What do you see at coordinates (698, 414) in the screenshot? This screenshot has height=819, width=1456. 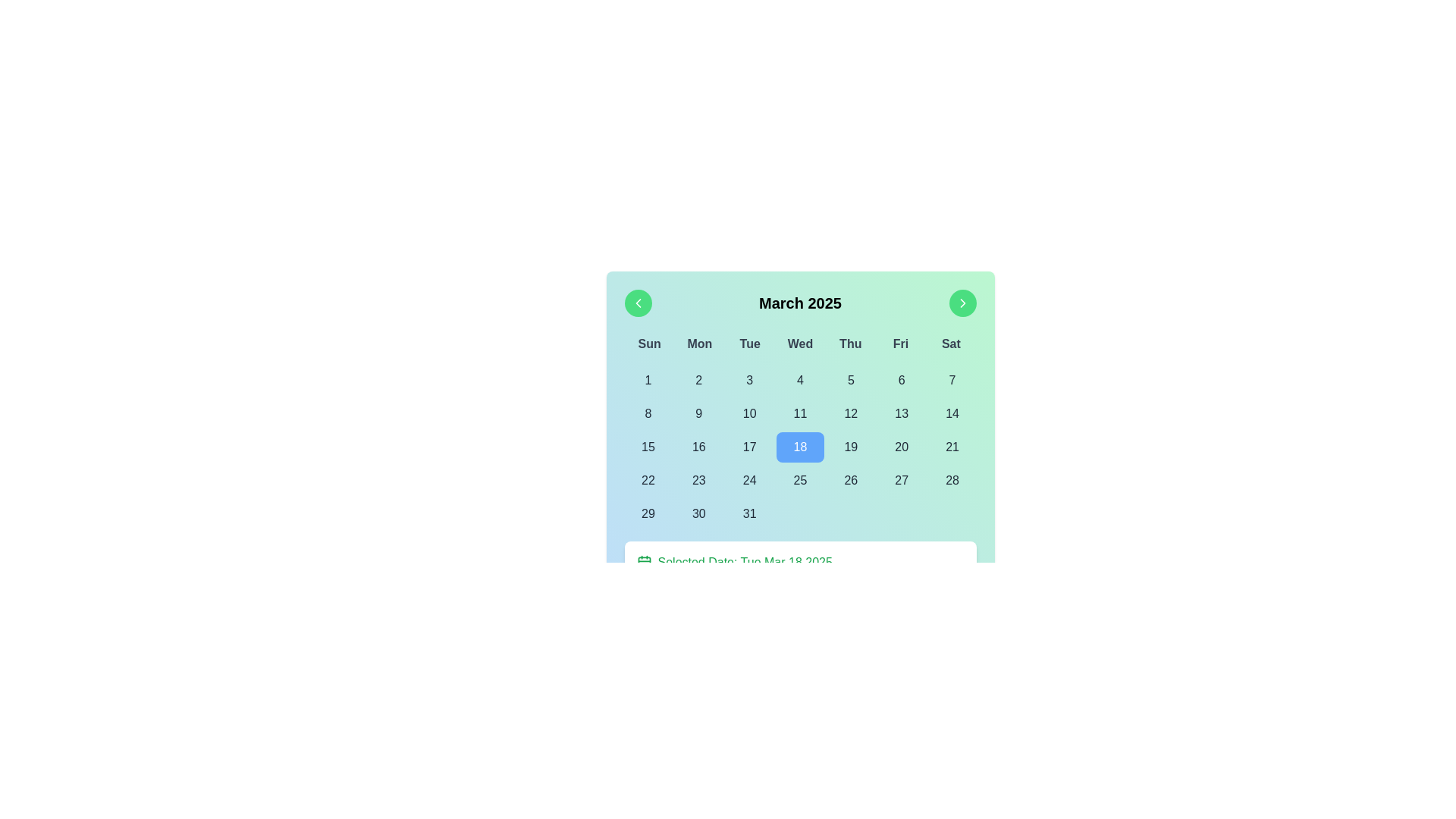 I see `the calendar cell displaying the number '9'` at bounding box center [698, 414].